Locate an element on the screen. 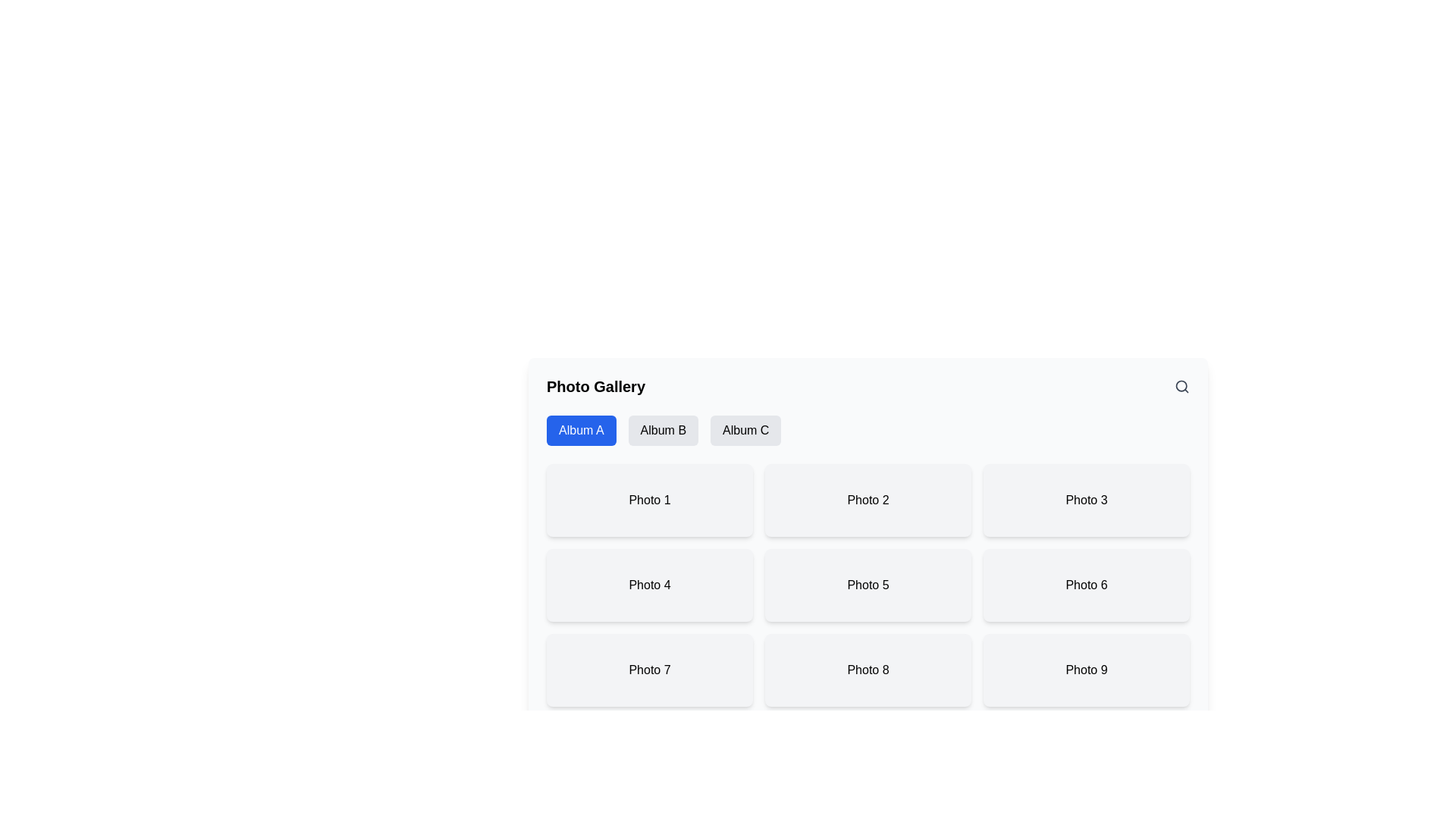  the static label styled as a card that represents 'Photo 4' within the gallery grid, located in the second row and first column, below 'Photo 1' and to the left of 'Photo 5' is located at coordinates (650, 584).